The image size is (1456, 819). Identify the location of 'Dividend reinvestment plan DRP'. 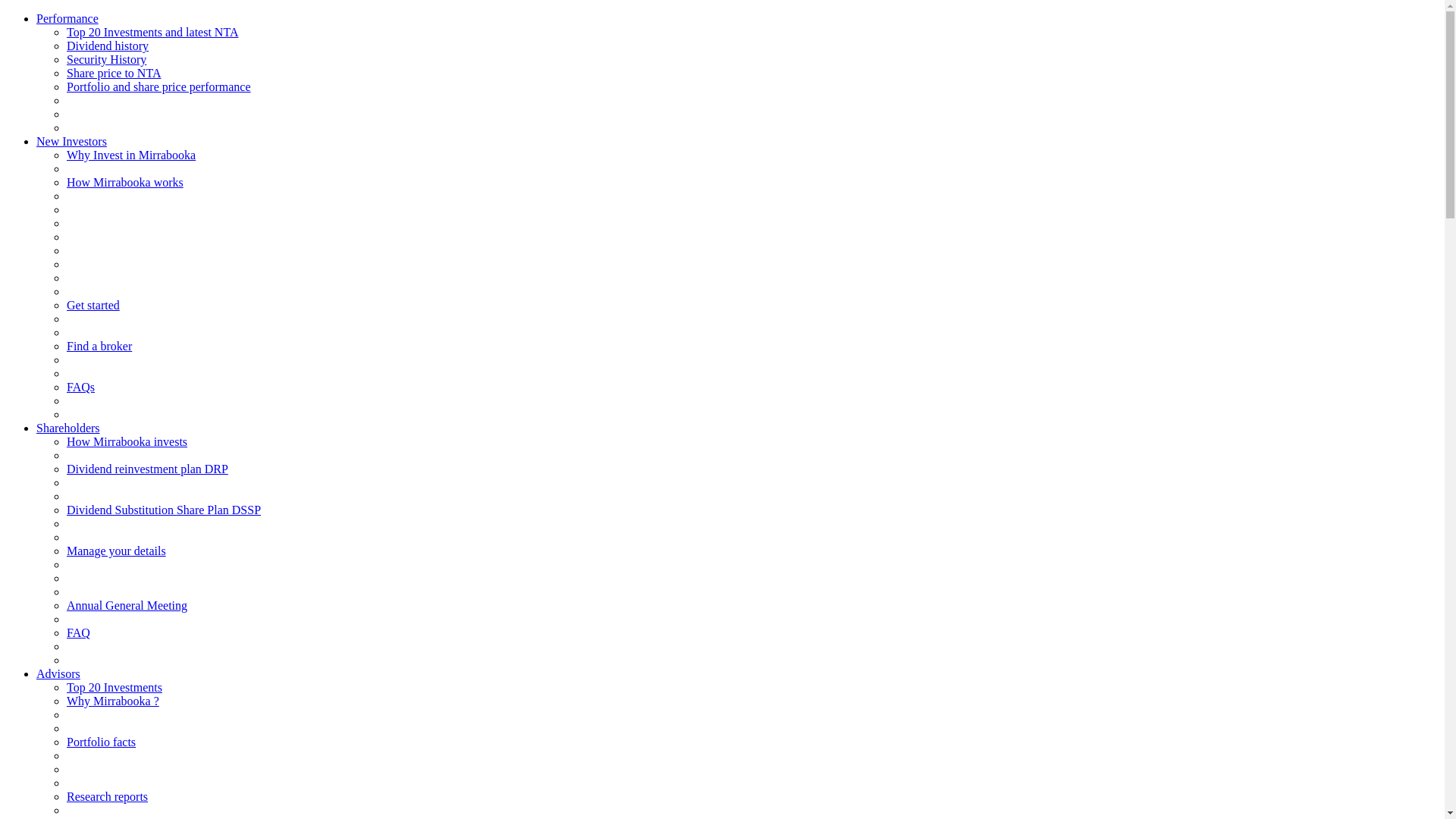
(65, 468).